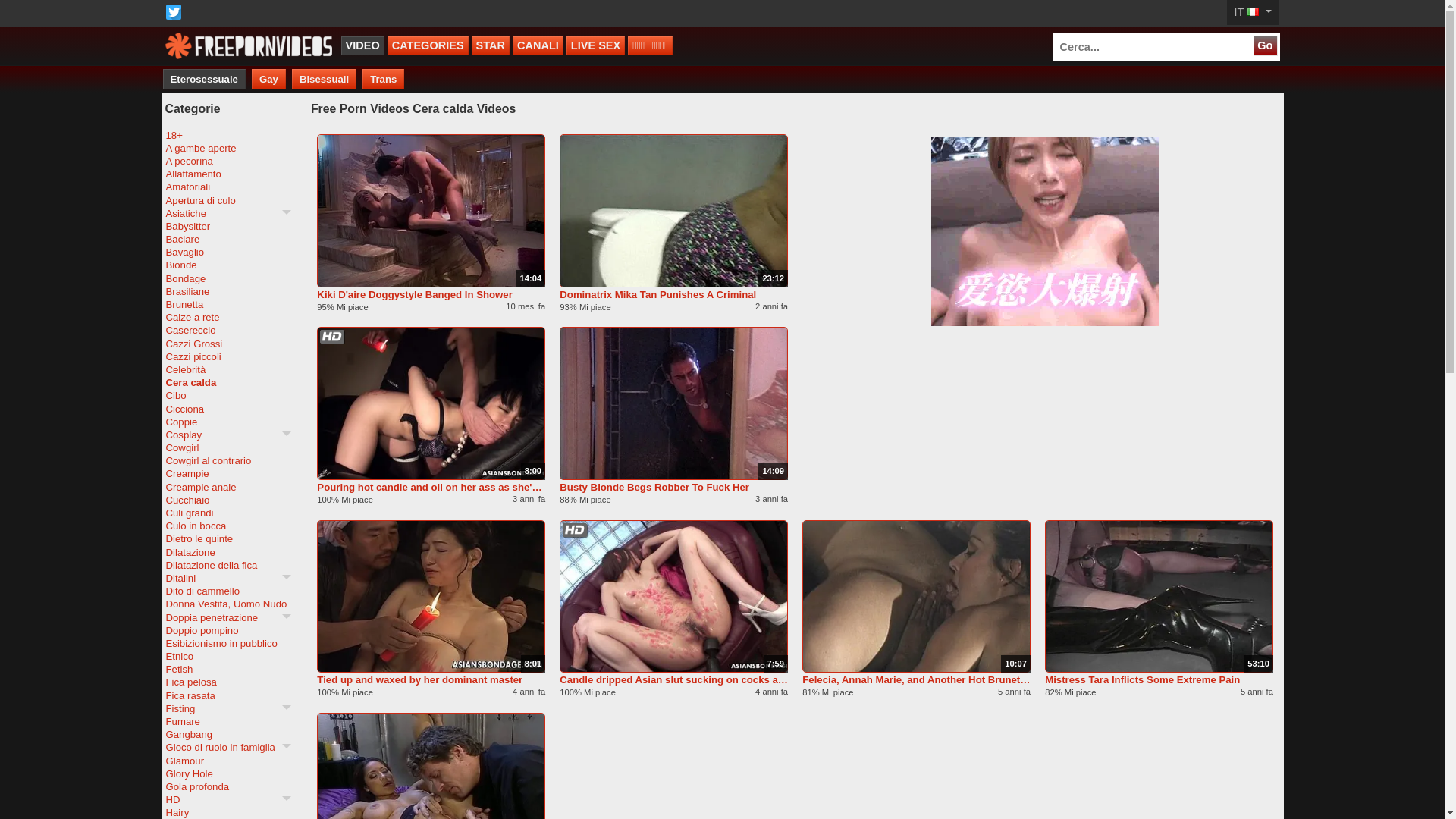  Describe the element at coordinates (673, 595) in the screenshot. I see `'7:59'` at that location.